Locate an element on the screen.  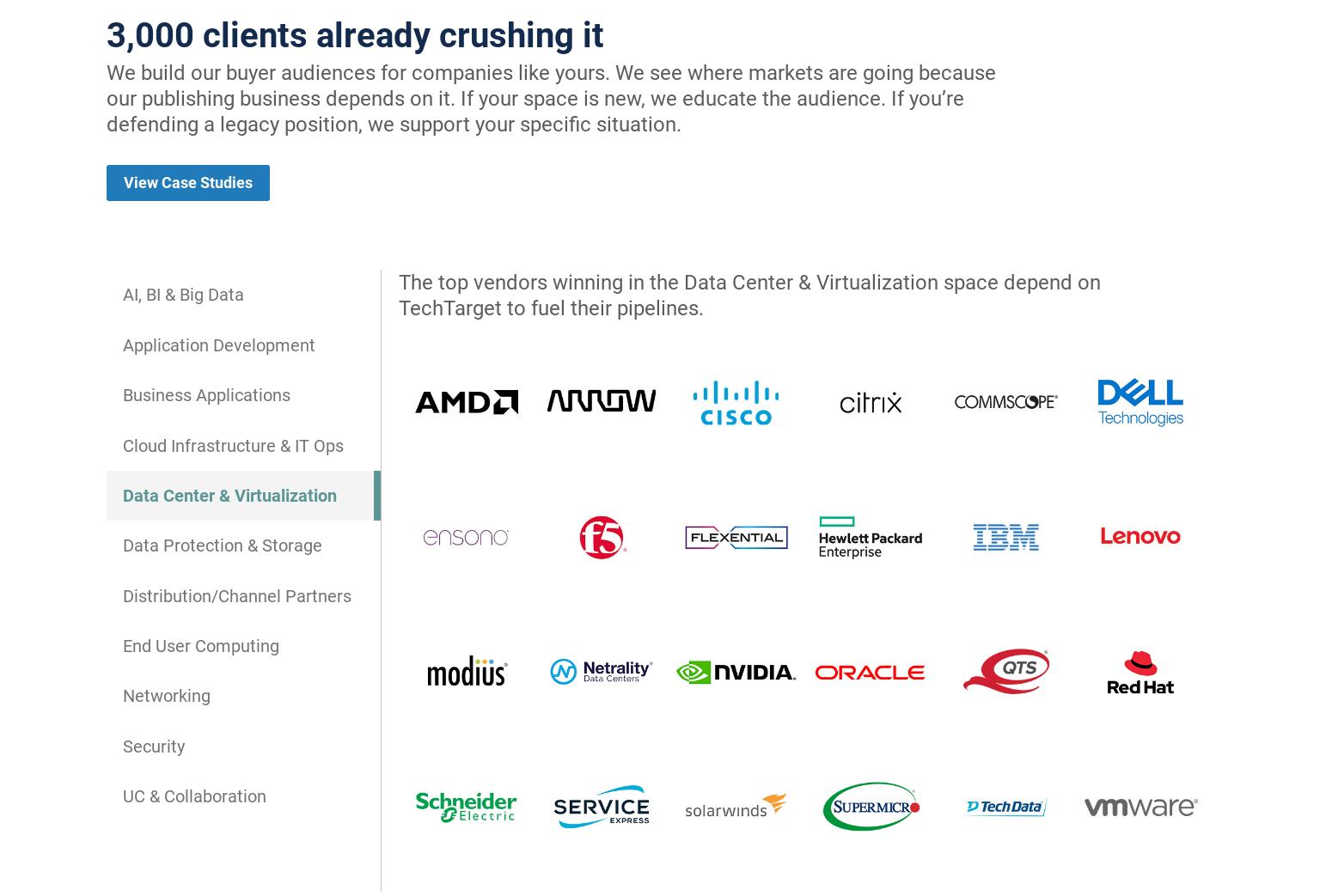
'Distribution/Channel Partners' is located at coordinates (123, 594).